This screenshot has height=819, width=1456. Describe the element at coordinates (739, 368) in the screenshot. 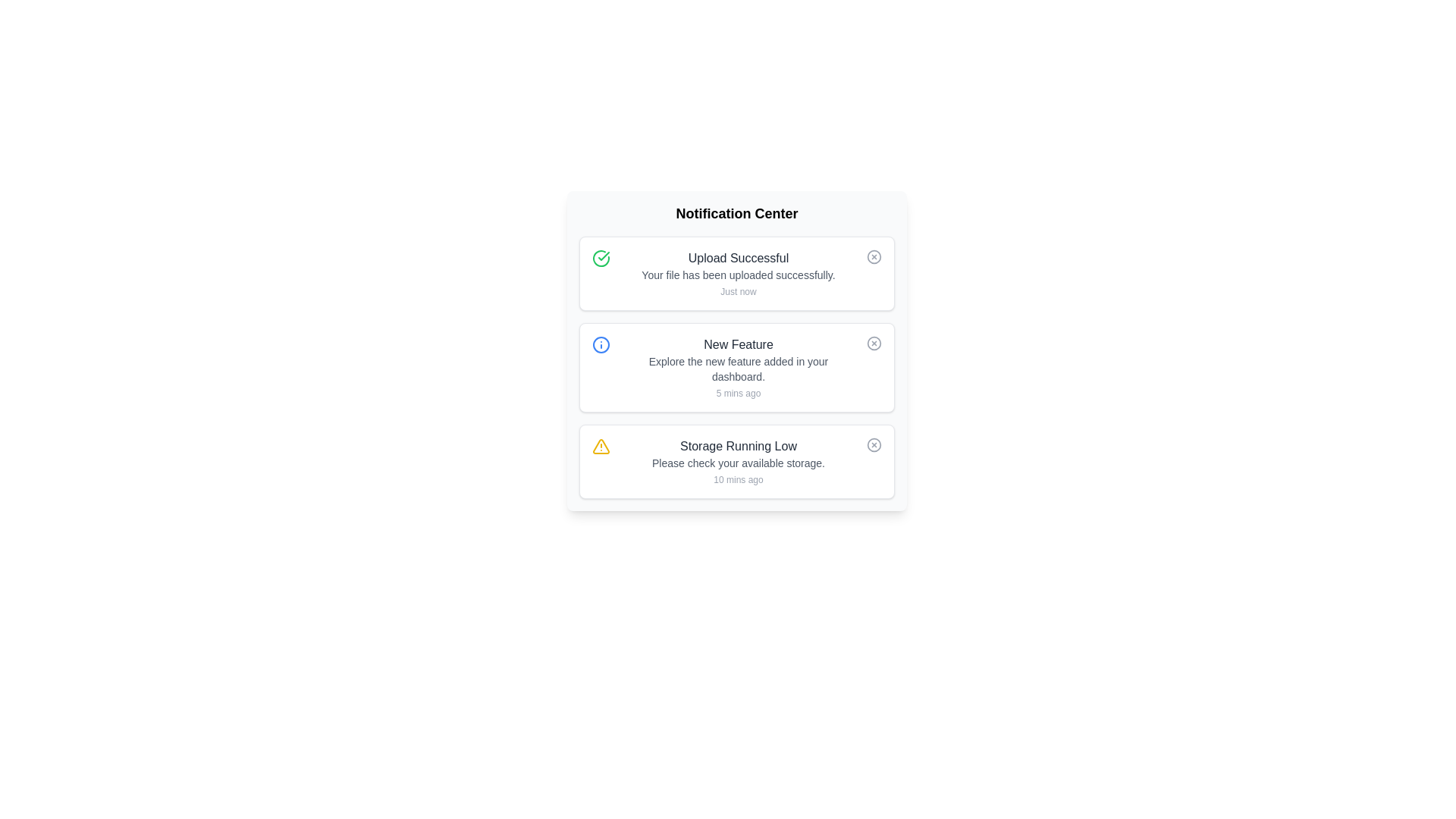

I see `the text block within the notification card titled 'New Feature', which includes a descriptive message and additional context, located second from the top in the notification center` at that location.